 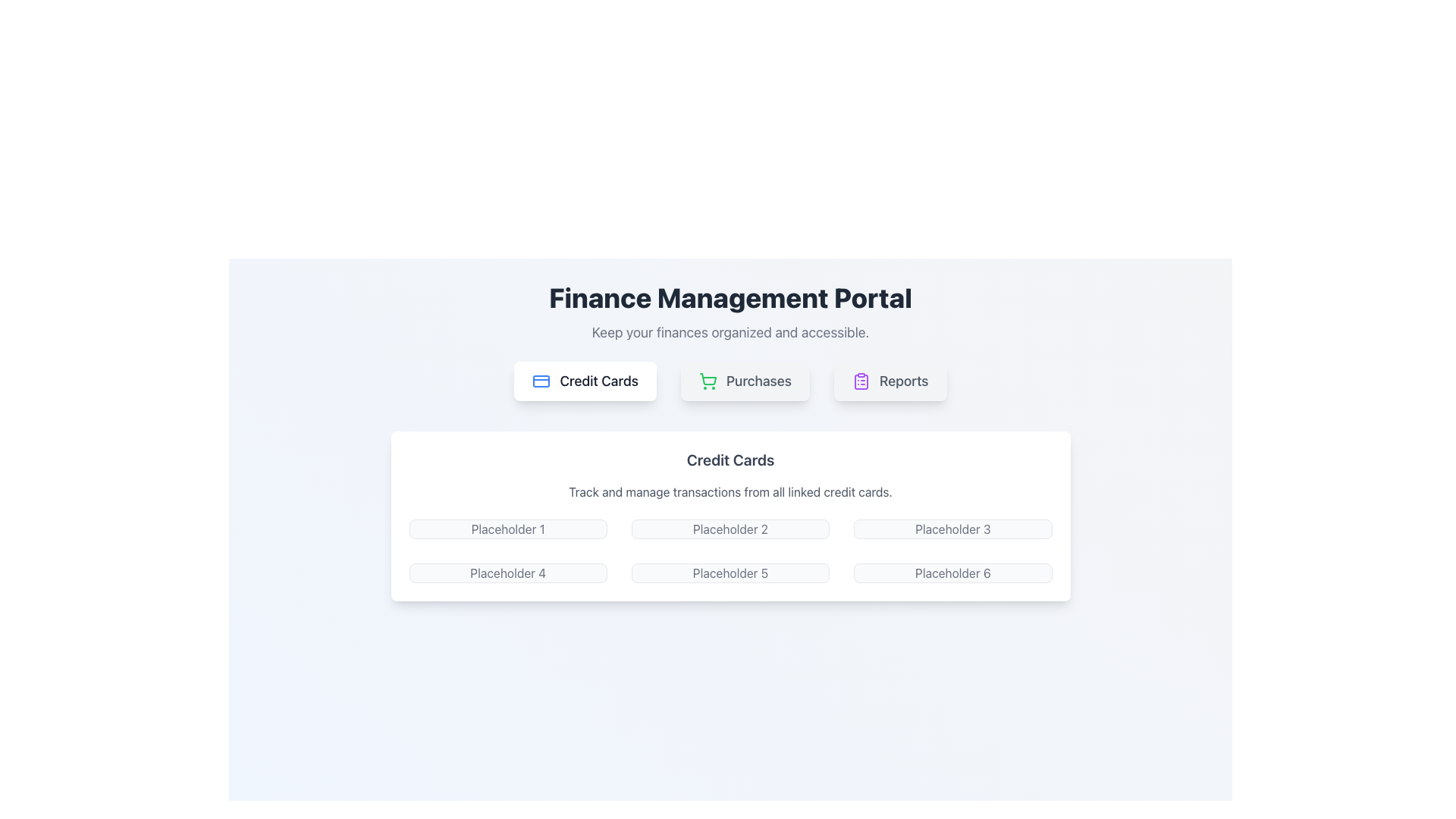 What do you see at coordinates (508, 573) in the screenshot?
I see `the visual placeholder with a light gray background, rounded corners, and centered text reading 'Placeholder 4', located at the bottom row of the grid as the first item` at bounding box center [508, 573].